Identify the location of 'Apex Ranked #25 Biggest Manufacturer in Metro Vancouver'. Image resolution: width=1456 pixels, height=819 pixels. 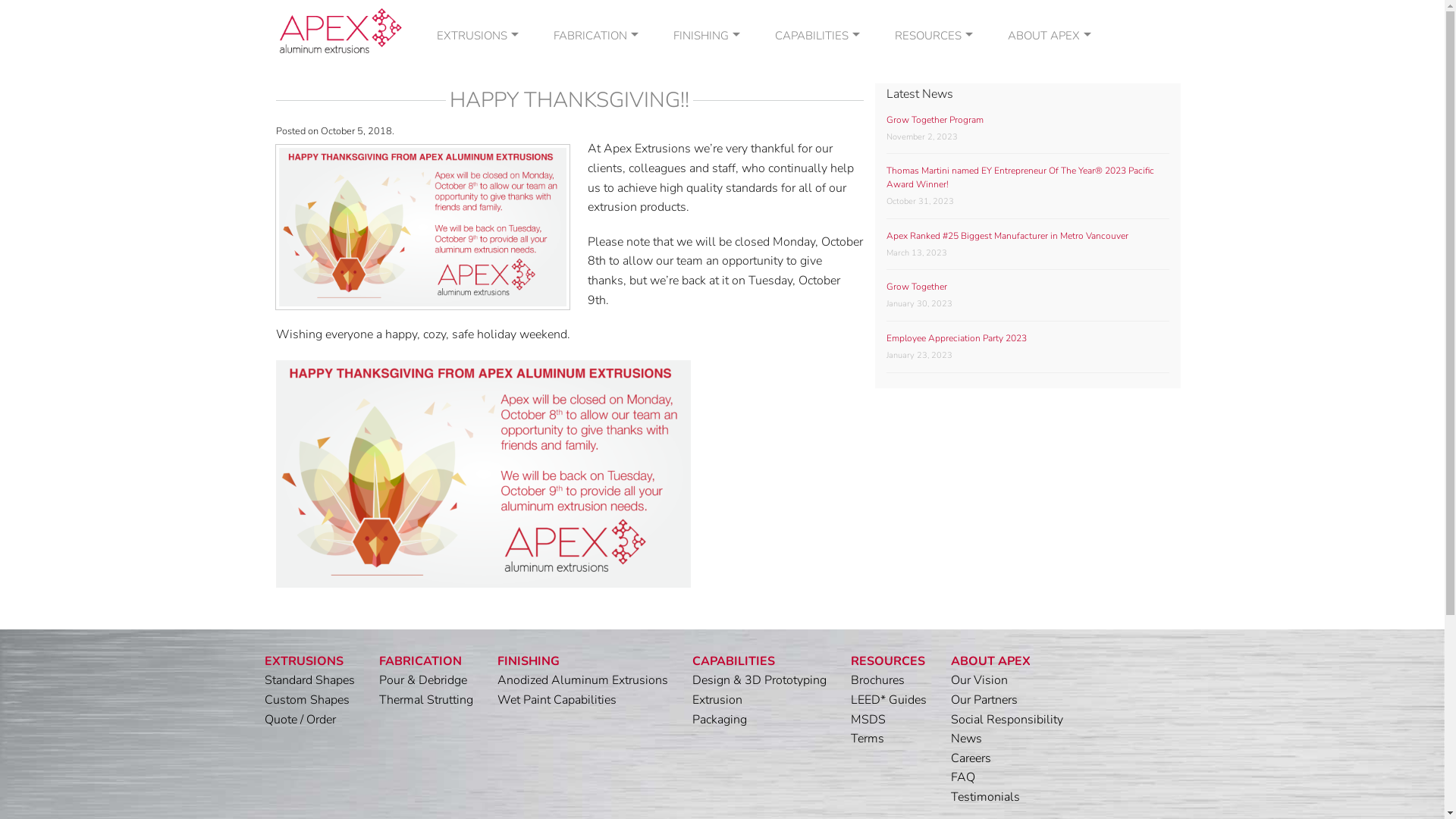
(1007, 236).